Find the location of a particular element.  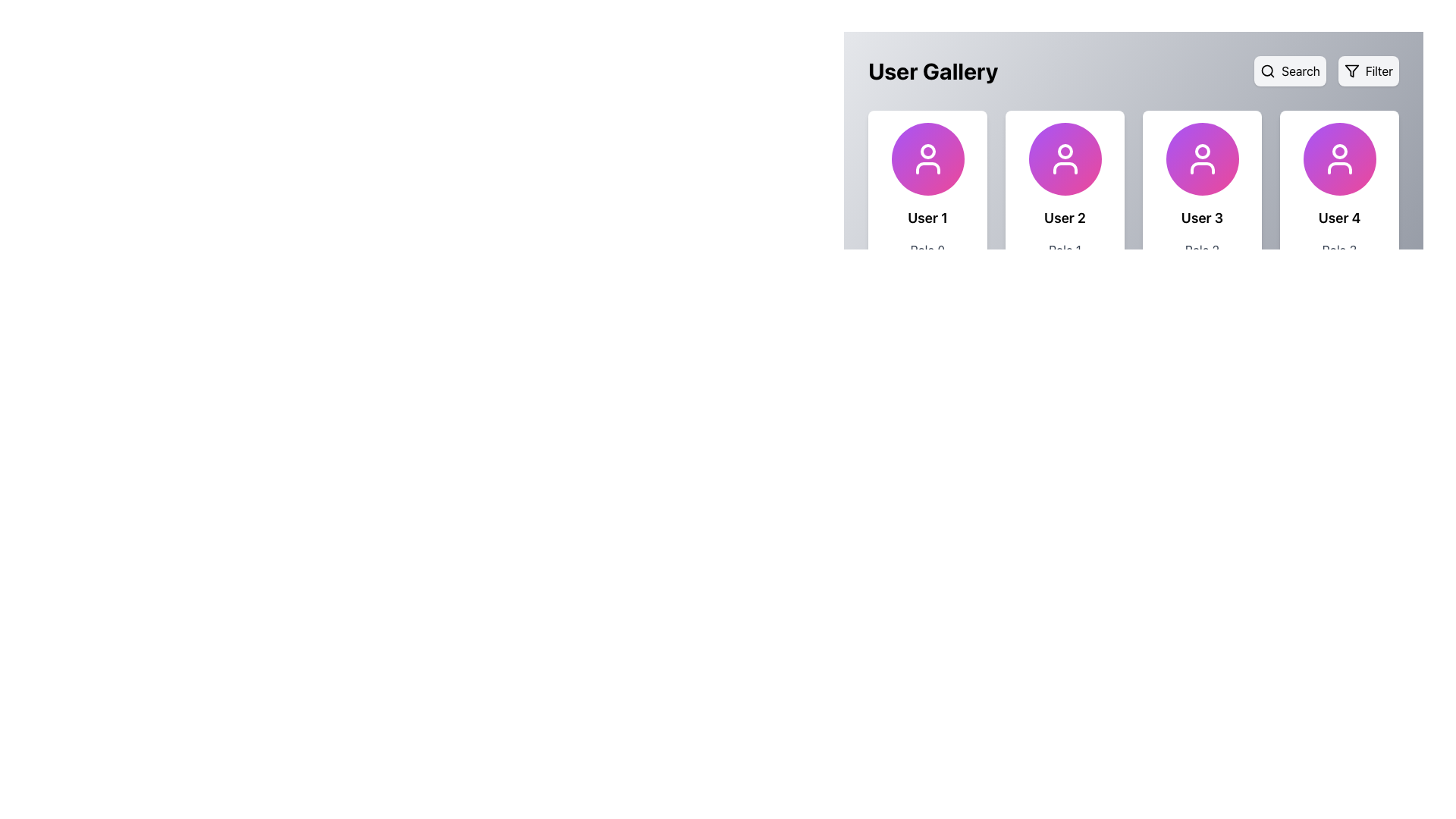

the text label displaying 'Role 3' in the fourth card of the User Gallery, which is positioned below 'User 4' and above the 'View Profile' button is located at coordinates (1339, 249).